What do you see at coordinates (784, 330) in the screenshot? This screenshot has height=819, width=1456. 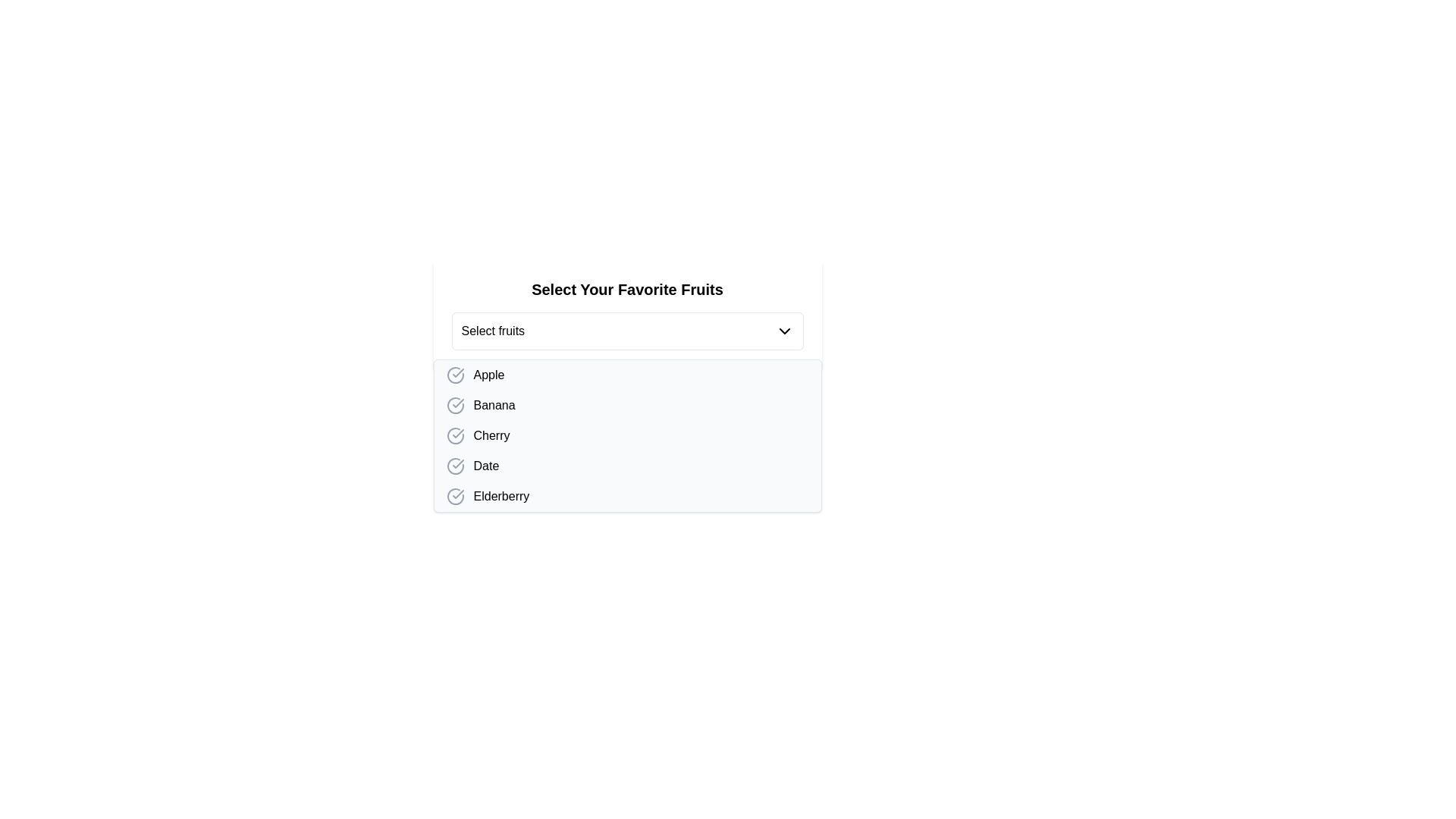 I see `the downward-pointing chevron icon on the right side of the 'Select fruits' dropdown menu` at bounding box center [784, 330].